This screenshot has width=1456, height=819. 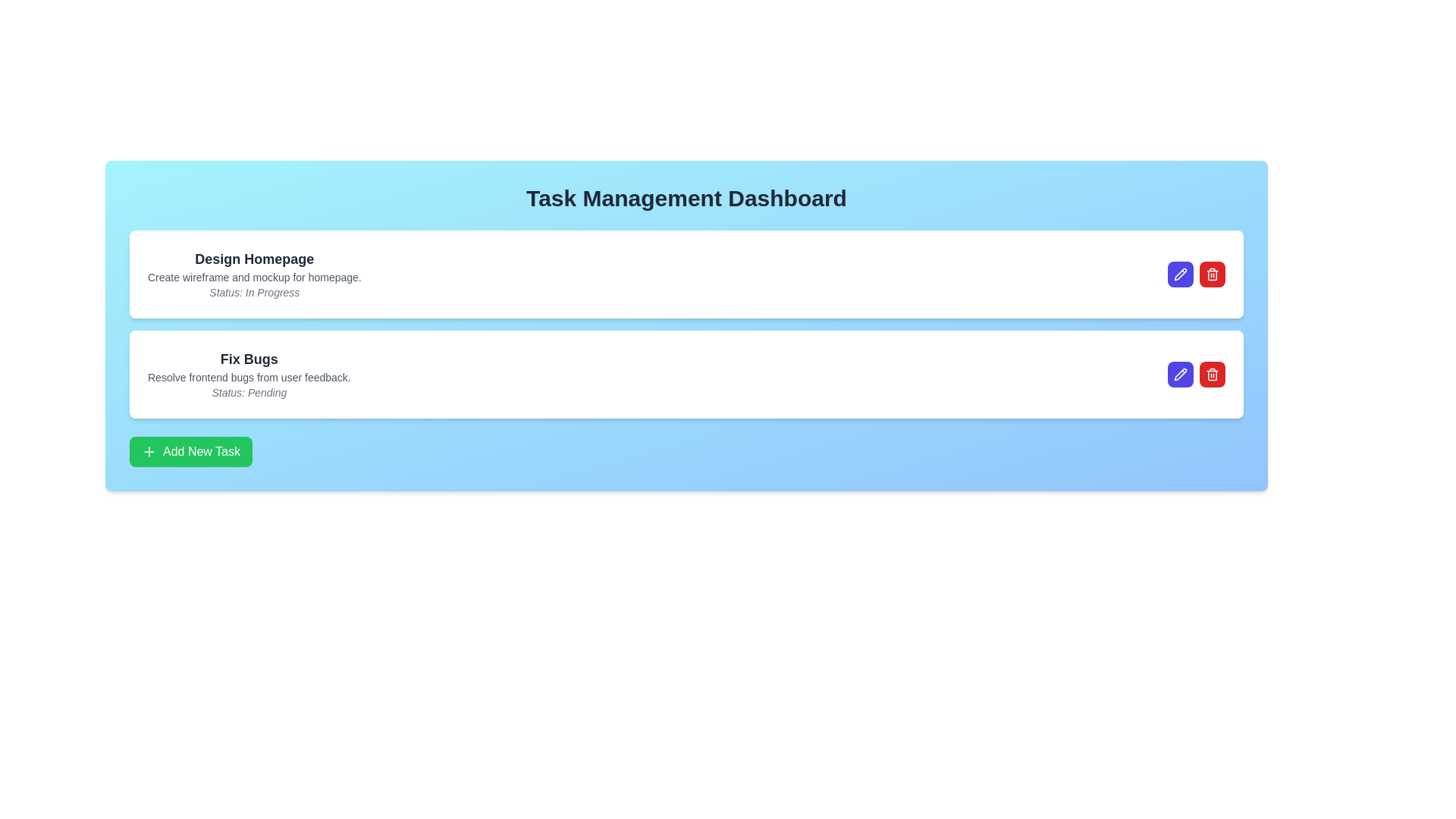 What do you see at coordinates (249, 374) in the screenshot?
I see `descriptive text information from the Text Block located in the second task card titled 'Fix Bugs'` at bounding box center [249, 374].